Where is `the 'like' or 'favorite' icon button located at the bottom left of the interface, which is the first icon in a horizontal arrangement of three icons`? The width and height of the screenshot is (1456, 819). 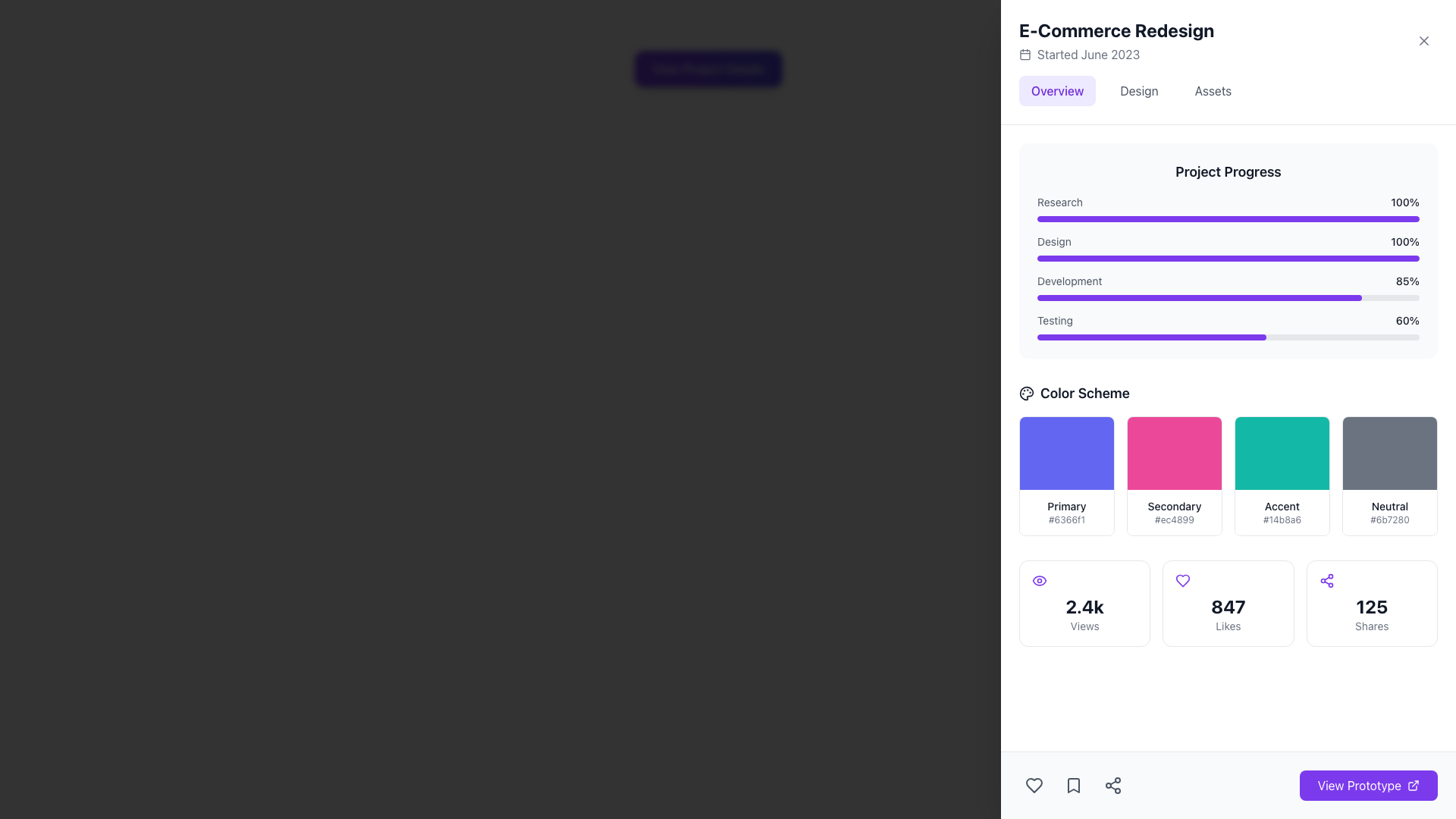 the 'like' or 'favorite' icon button located at the bottom left of the interface, which is the first icon in a horizontal arrangement of three icons is located at coordinates (1033, 785).